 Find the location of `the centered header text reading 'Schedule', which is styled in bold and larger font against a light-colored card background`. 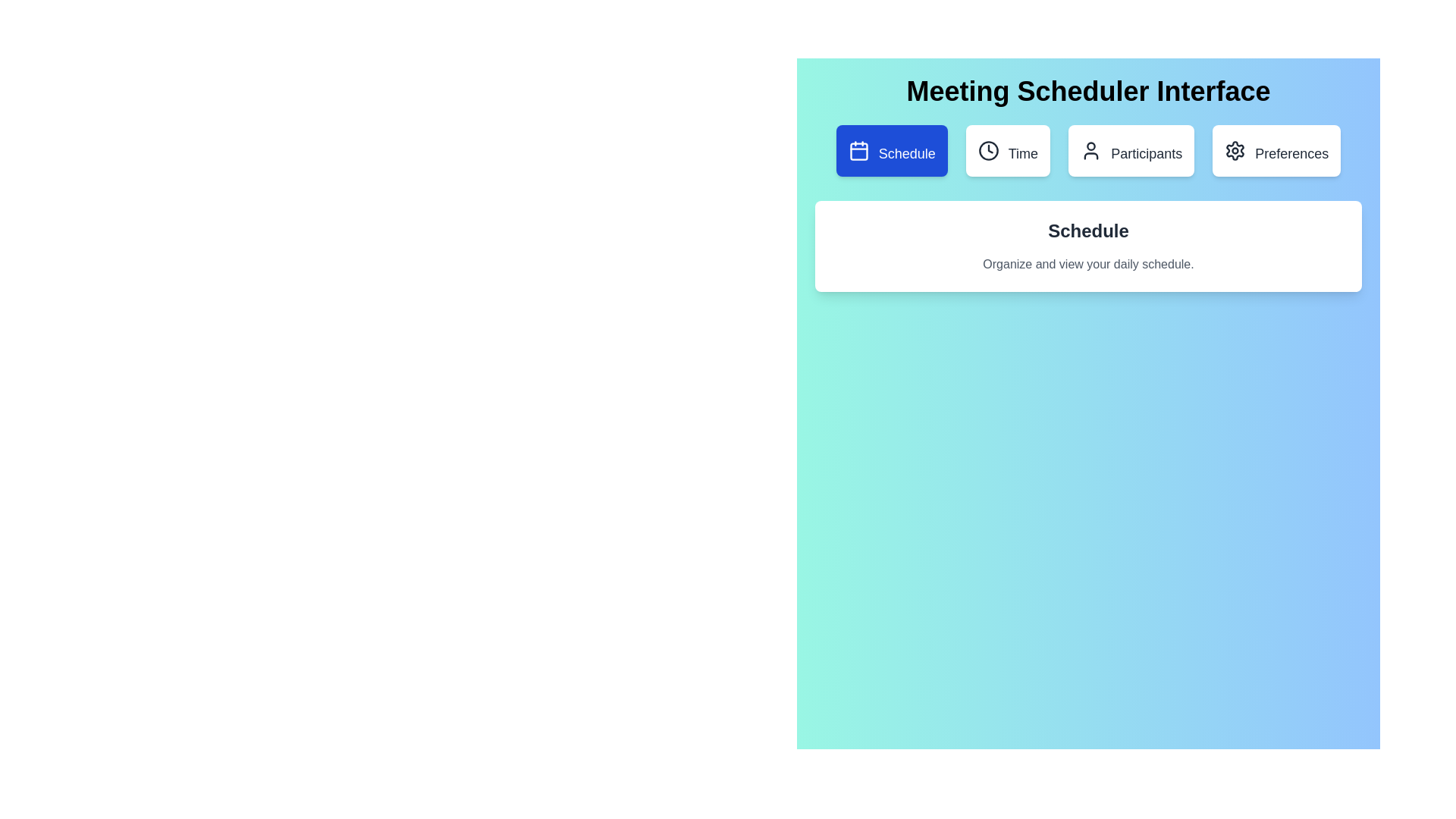

the centered header text reading 'Schedule', which is styled in bold and larger font against a light-colored card background is located at coordinates (1087, 231).